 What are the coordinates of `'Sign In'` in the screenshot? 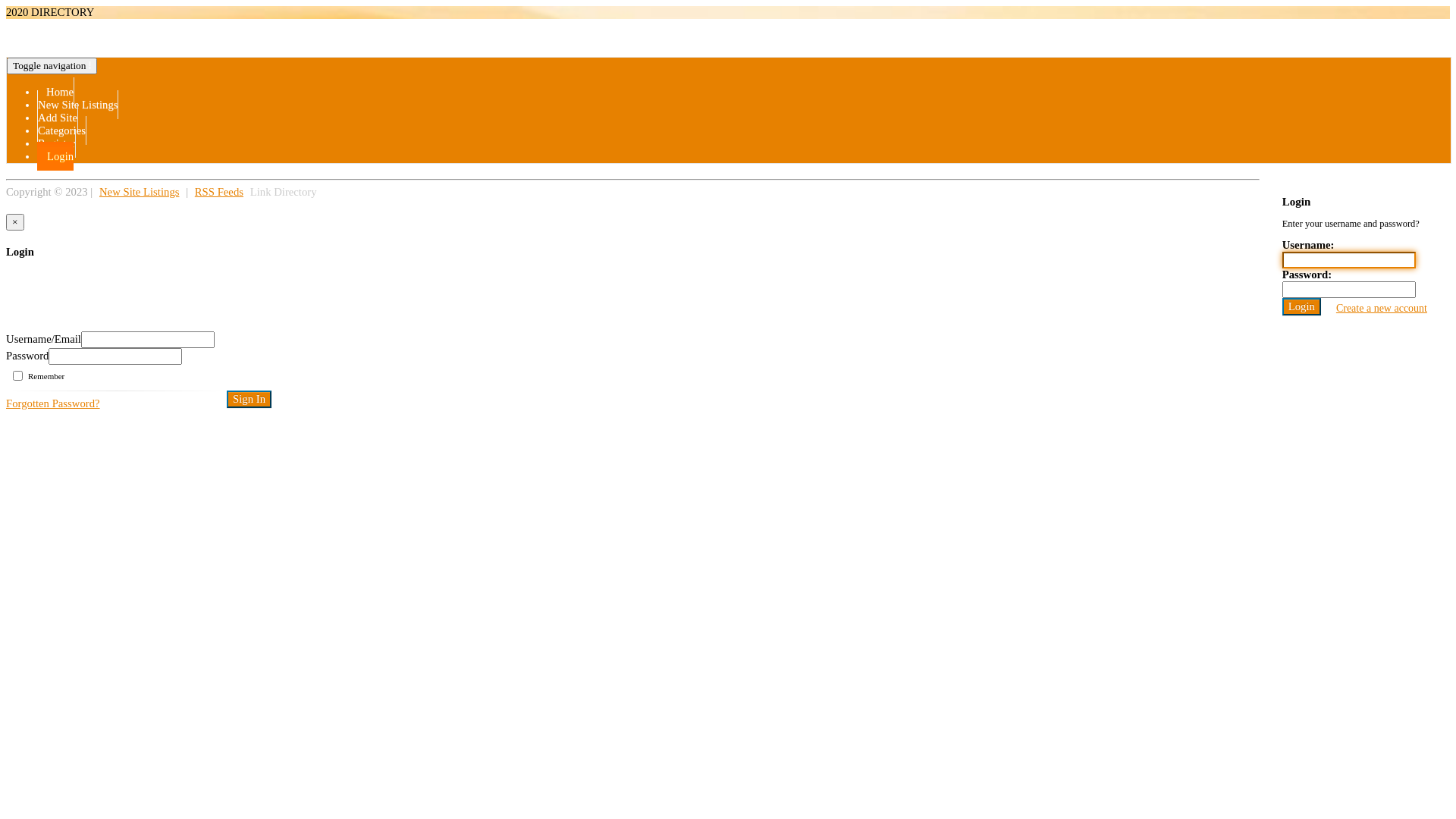 It's located at (249, 398).